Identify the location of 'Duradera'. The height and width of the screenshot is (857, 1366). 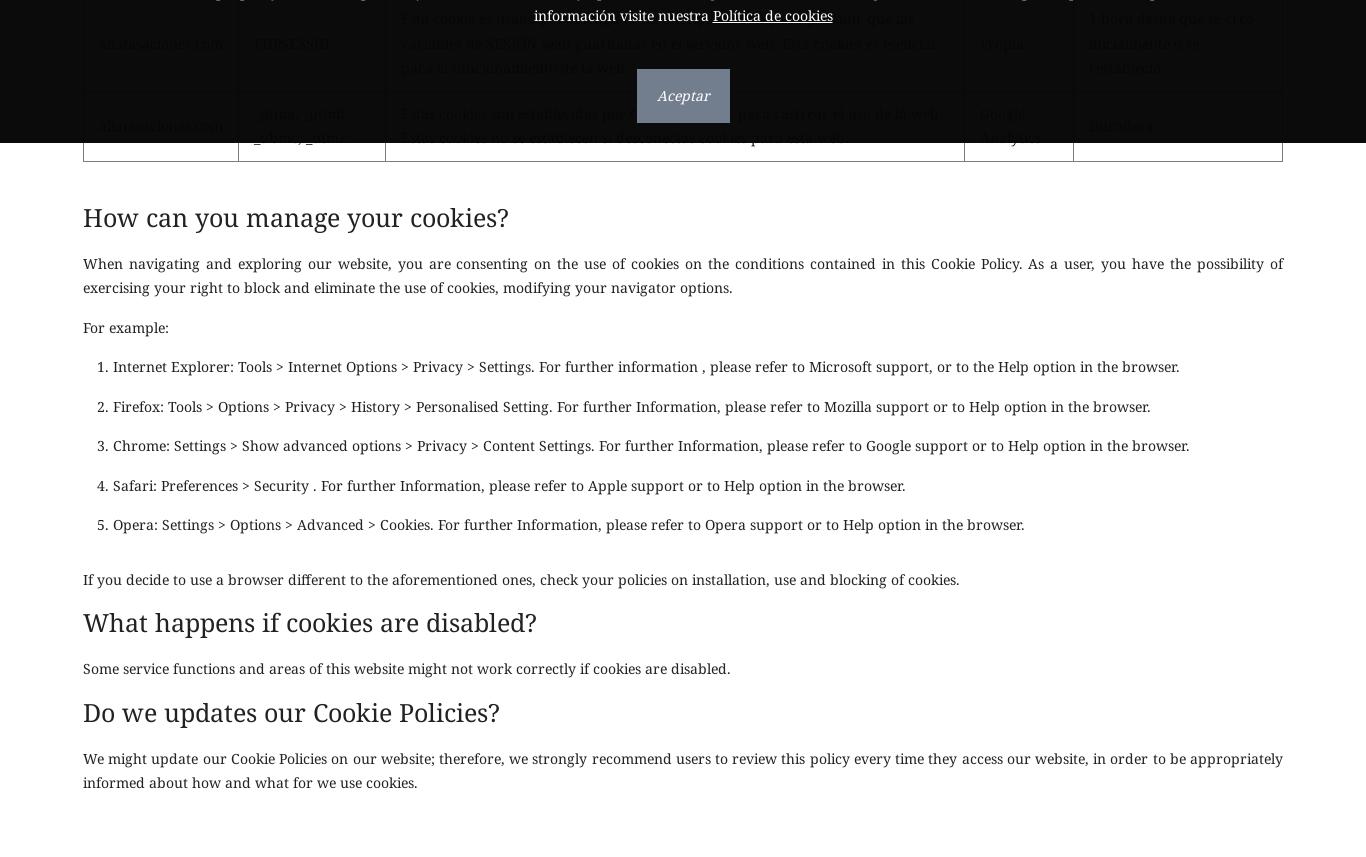
(1119, 123).